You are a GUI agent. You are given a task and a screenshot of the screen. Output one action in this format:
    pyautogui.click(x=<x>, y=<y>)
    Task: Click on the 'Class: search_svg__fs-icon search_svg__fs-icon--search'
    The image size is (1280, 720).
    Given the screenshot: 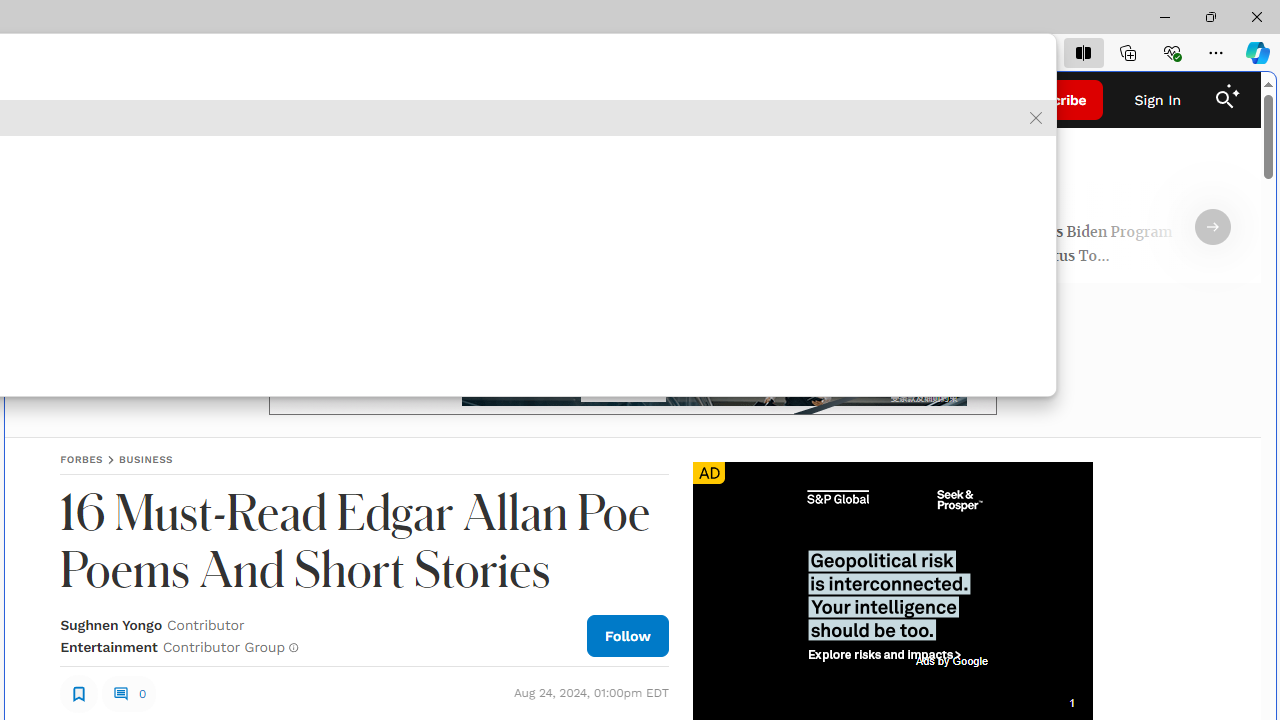 What is the action you would take?
    pyautogui.click(x=1223, y=100)
    